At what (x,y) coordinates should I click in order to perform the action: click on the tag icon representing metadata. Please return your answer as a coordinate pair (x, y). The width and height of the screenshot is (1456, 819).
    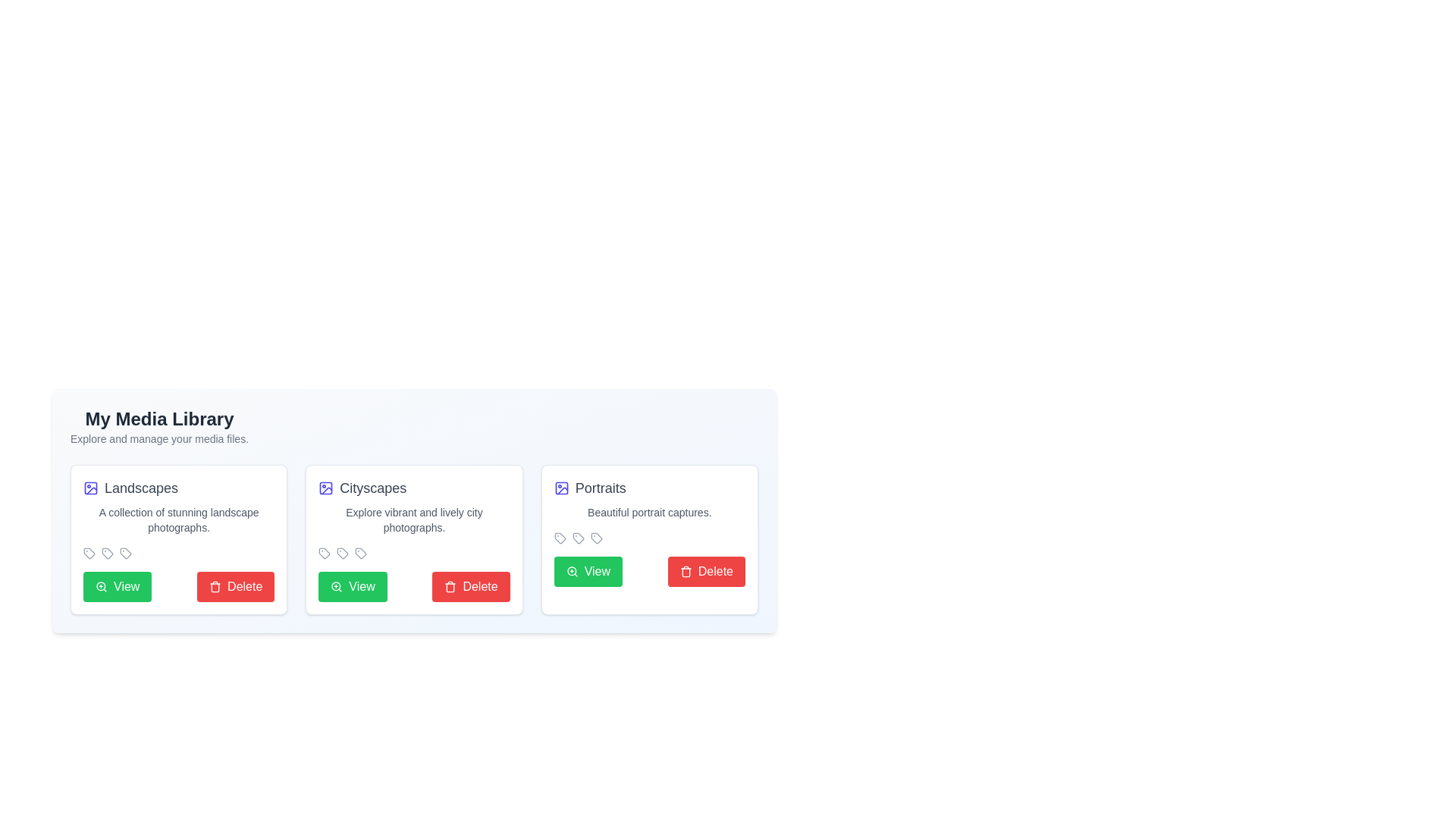
    Looking at the image, I should click on (360, 553).